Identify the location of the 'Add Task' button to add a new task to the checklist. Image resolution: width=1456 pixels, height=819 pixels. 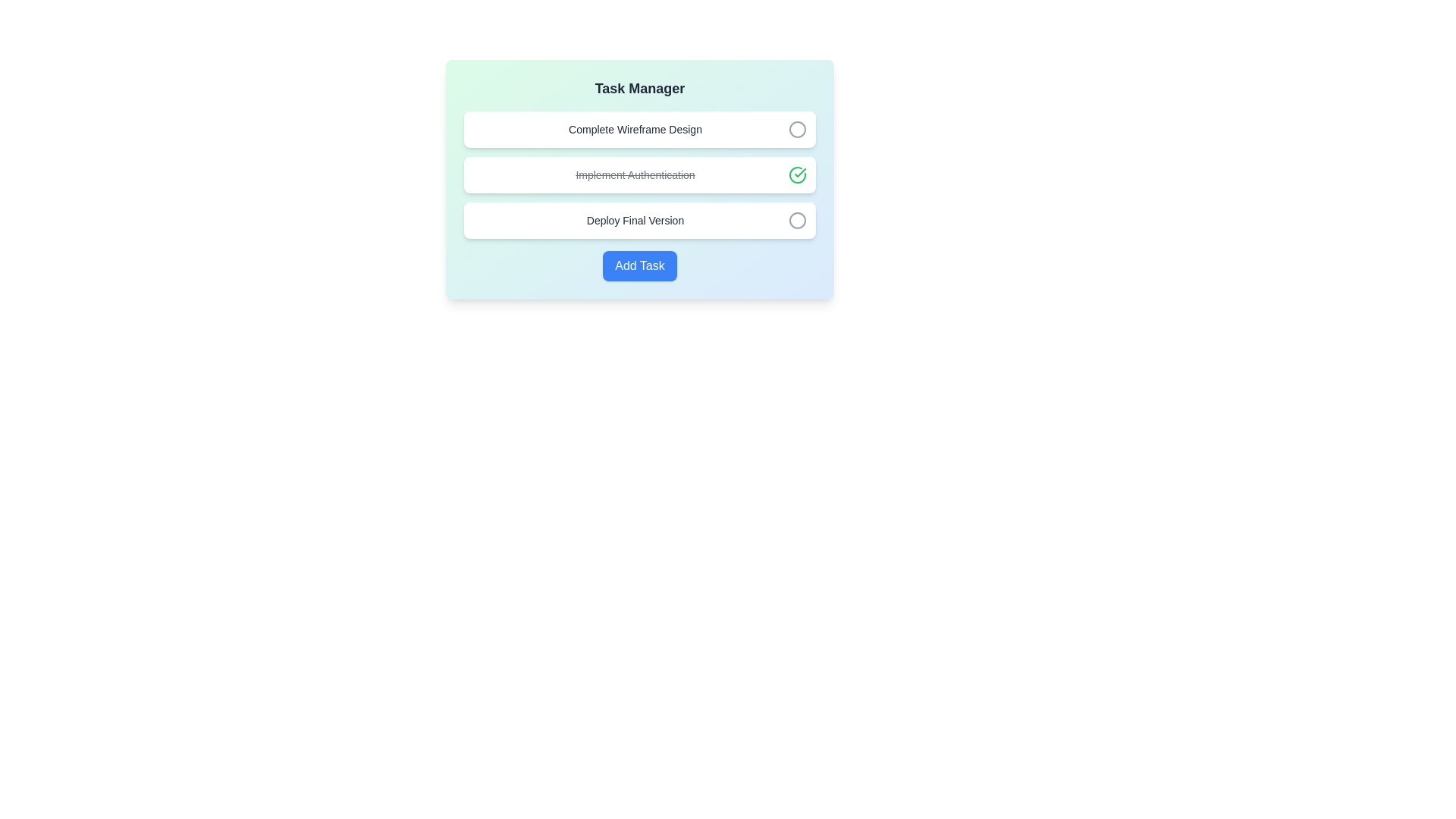
(640, 265).